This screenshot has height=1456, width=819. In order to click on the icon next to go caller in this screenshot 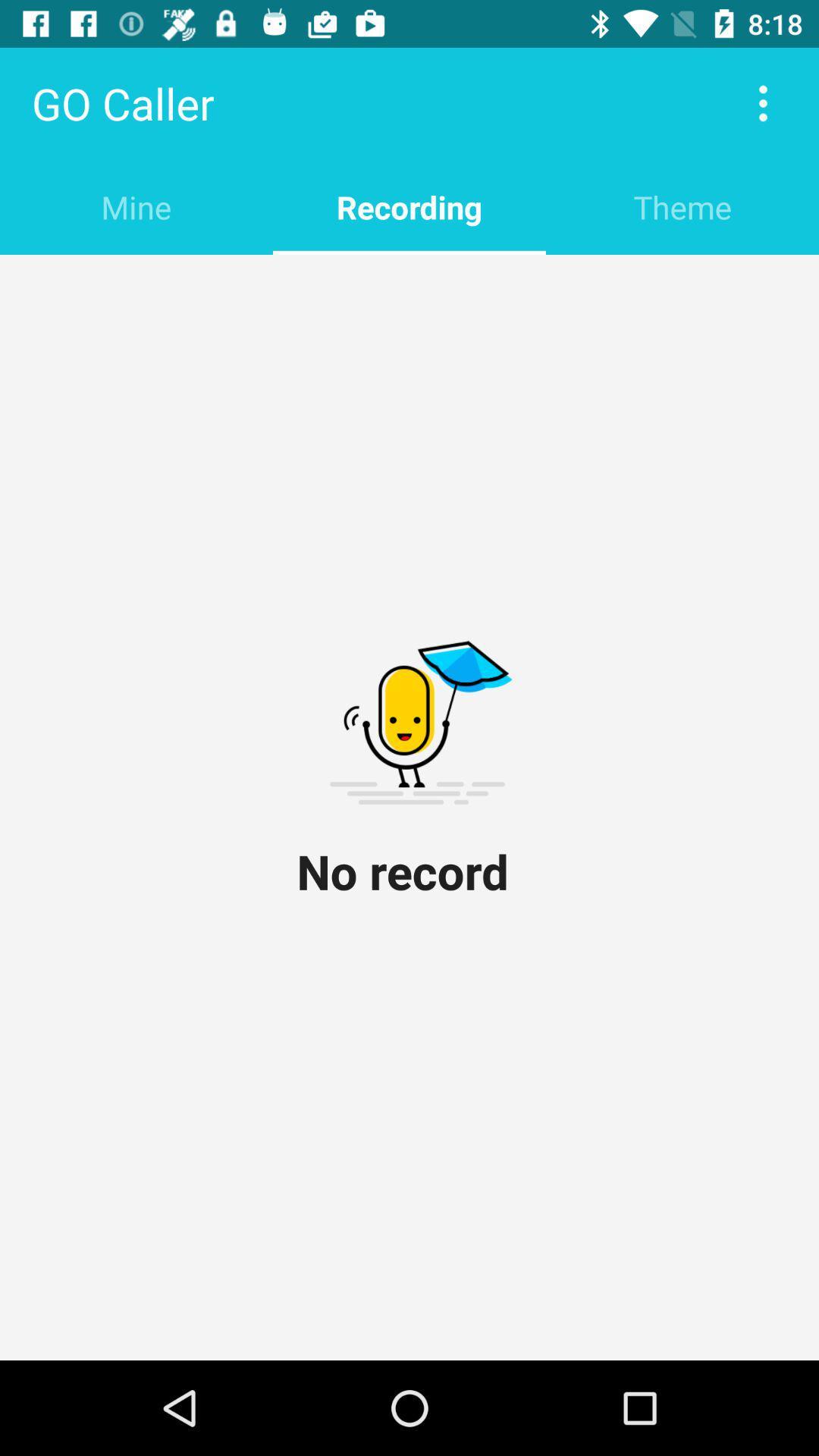, I will do `click(763, 102)`.